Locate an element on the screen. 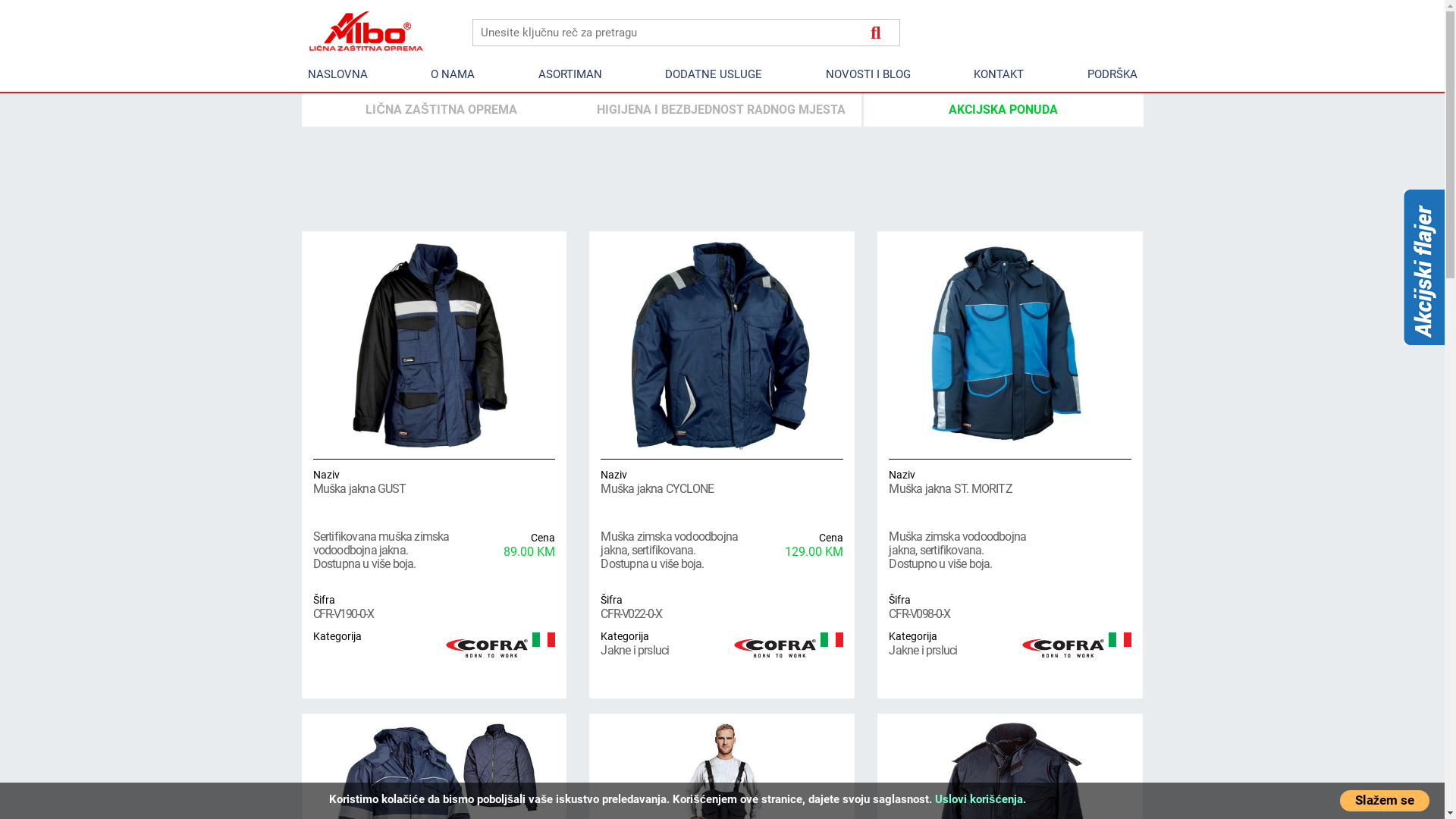  'ASORTIMAN' is located at coordinates (532, 74).